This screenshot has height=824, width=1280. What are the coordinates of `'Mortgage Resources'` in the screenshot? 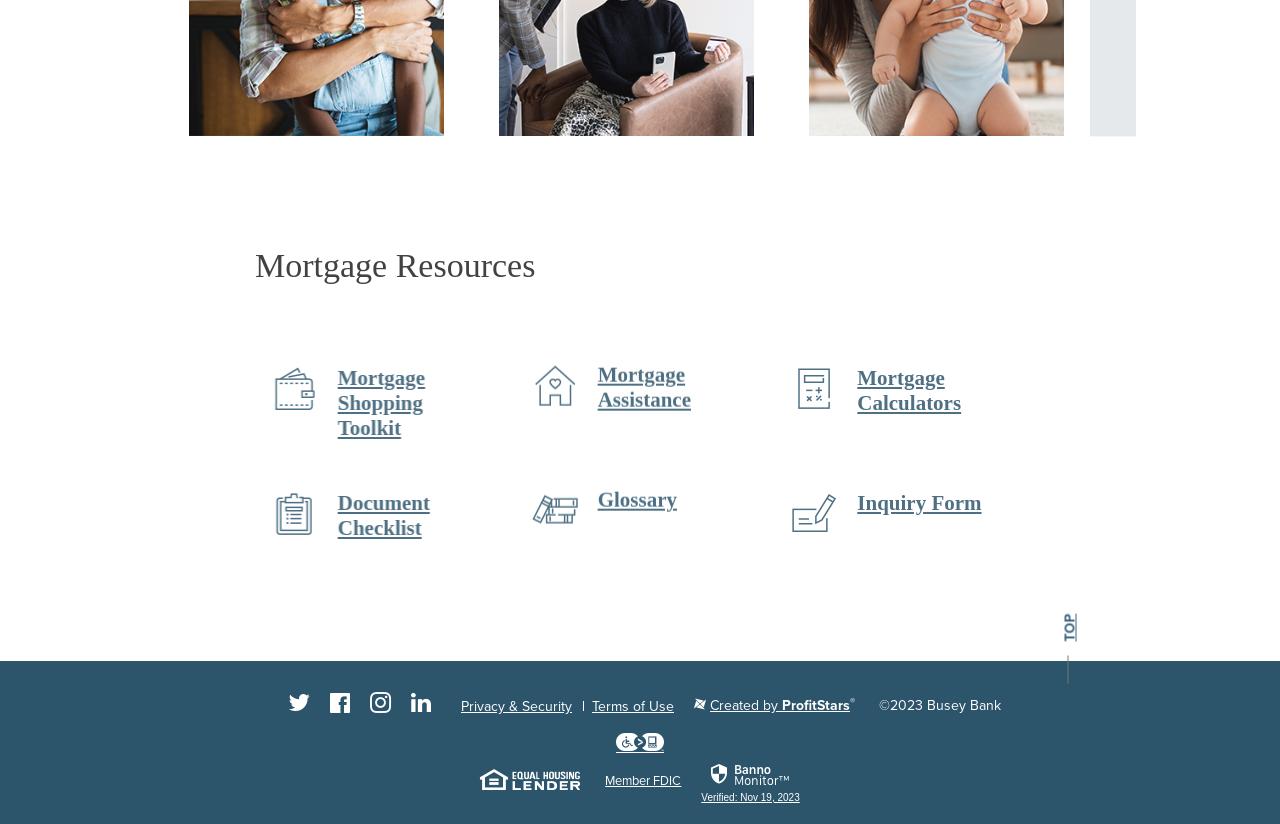 It's located at (394, 265).